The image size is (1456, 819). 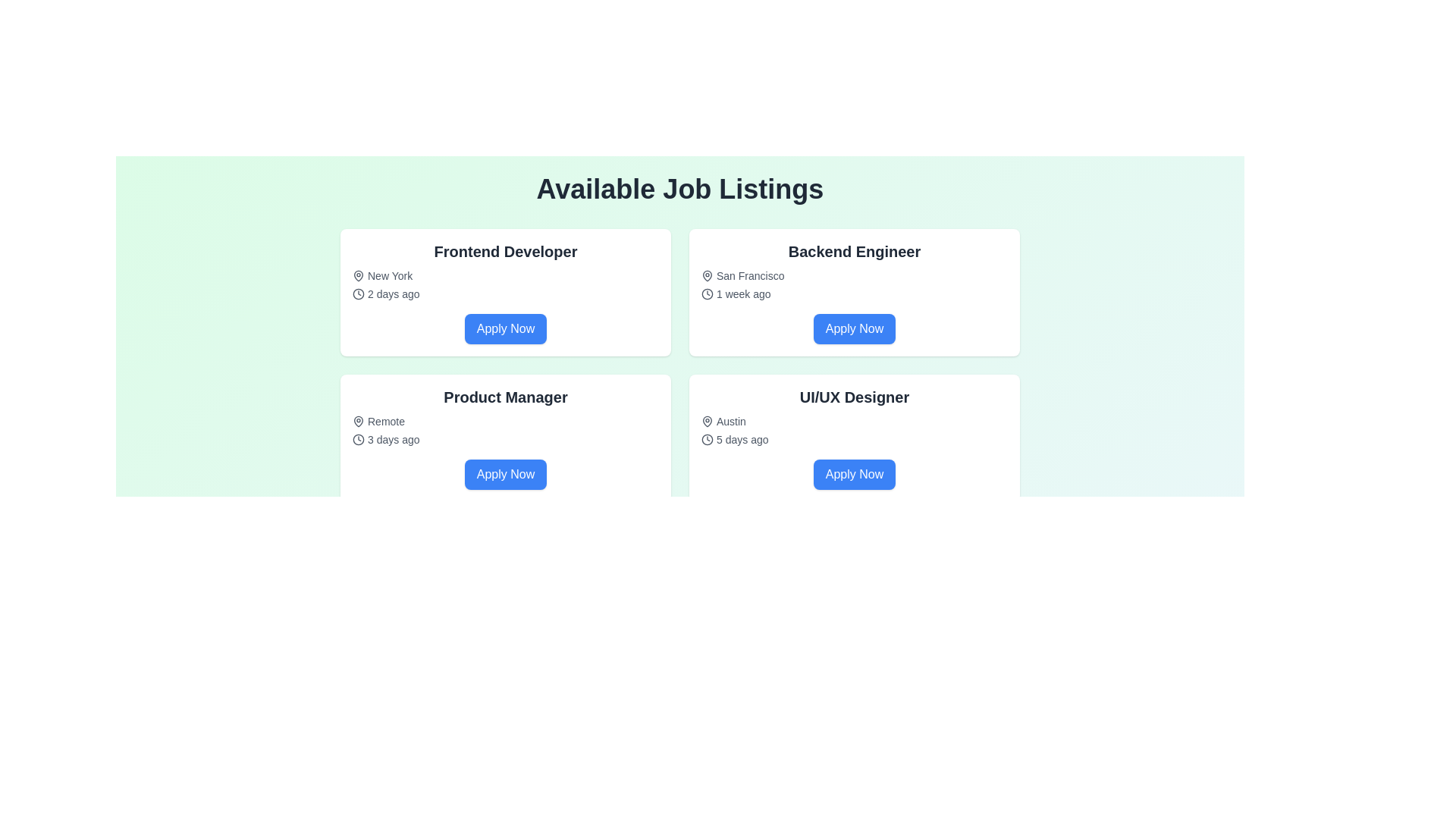 I want to click on the time icon located to the left of the text '2 days ago' under the 'Frontend Developer' section in the job card, so click(x=358, y=294).